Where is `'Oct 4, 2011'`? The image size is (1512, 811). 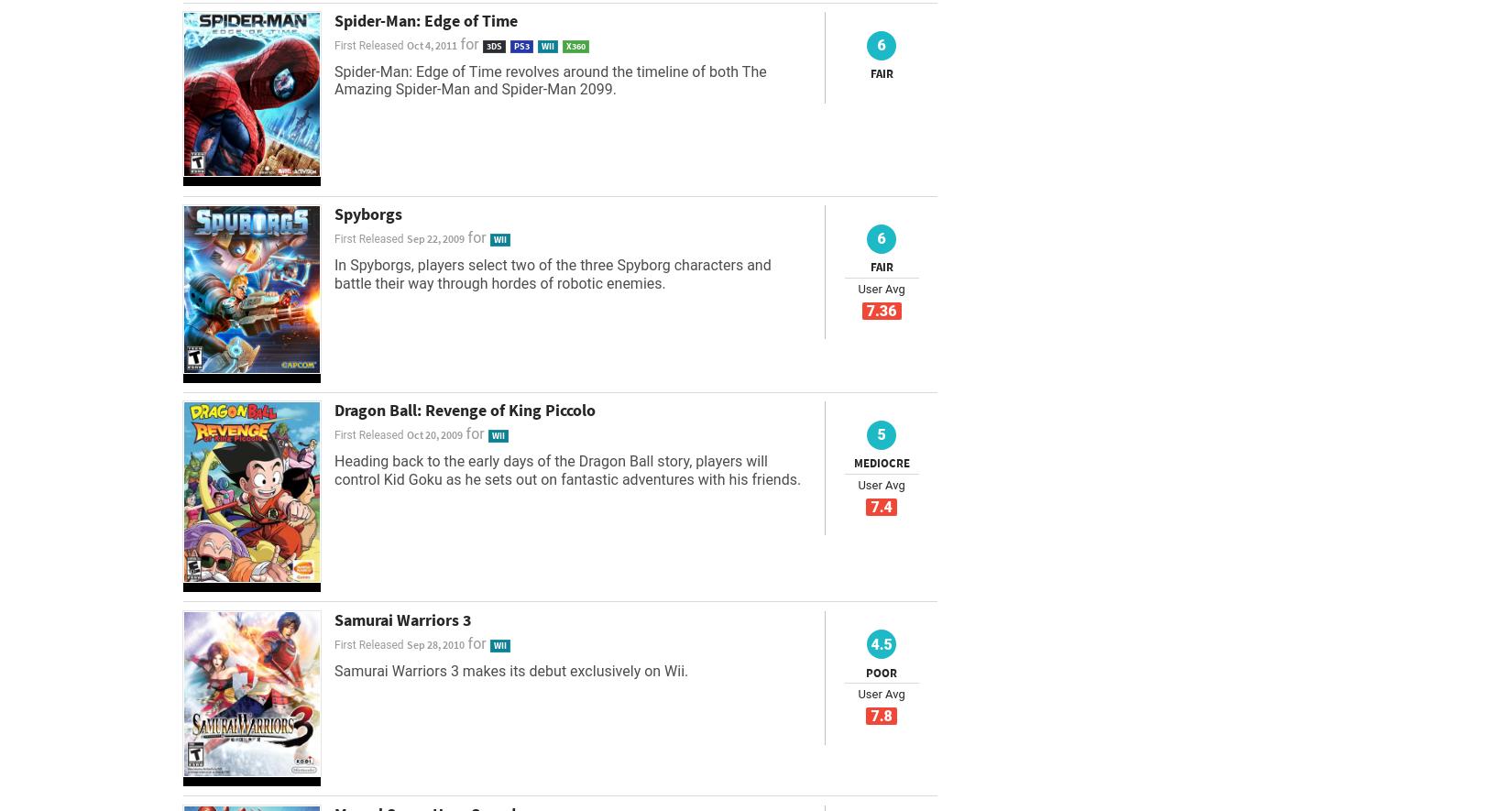
'Oct 4, 2011' is located at coordinates (430, 43).